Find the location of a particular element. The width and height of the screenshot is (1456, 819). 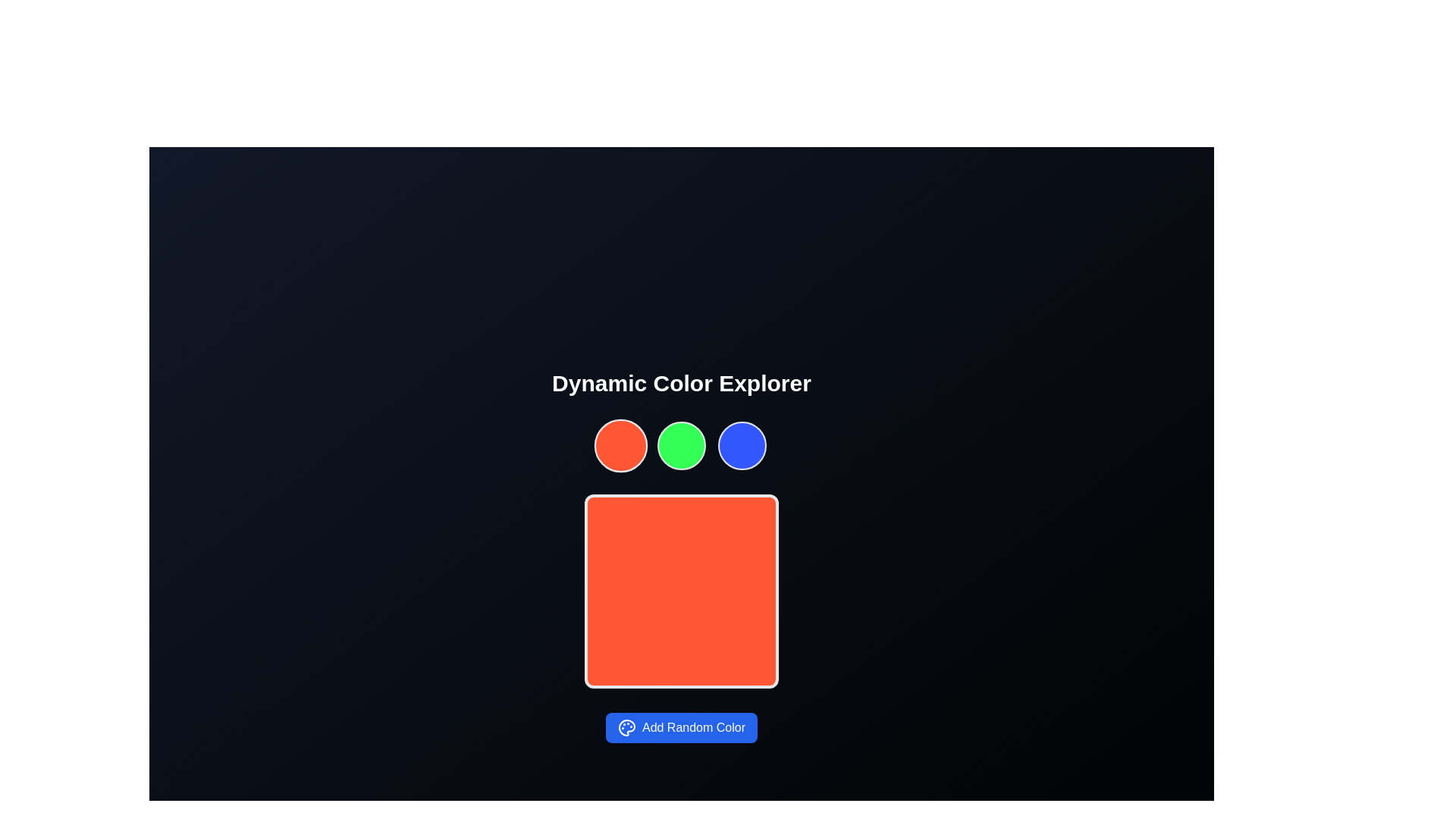

the SVG icon located to the left of the 'Add Random Color' button at the bottom-center of the interface, which serves as a decorative enhancement is located at coordinates (626, 727).